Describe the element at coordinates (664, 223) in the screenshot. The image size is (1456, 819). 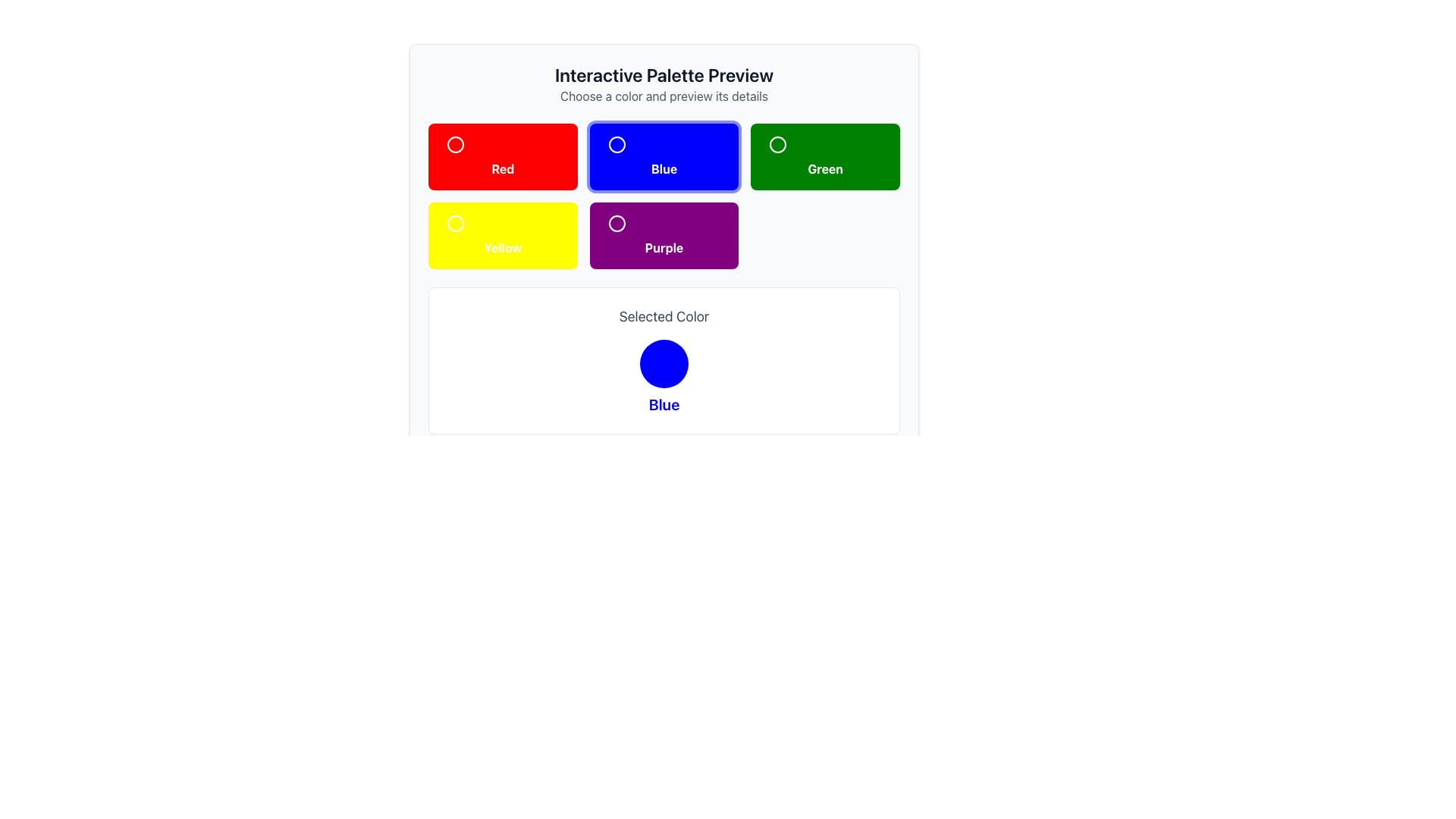
I see `SVG circle icon with a white stroke and purple fill located within the purple rectangular button in the color selection section` at that location.